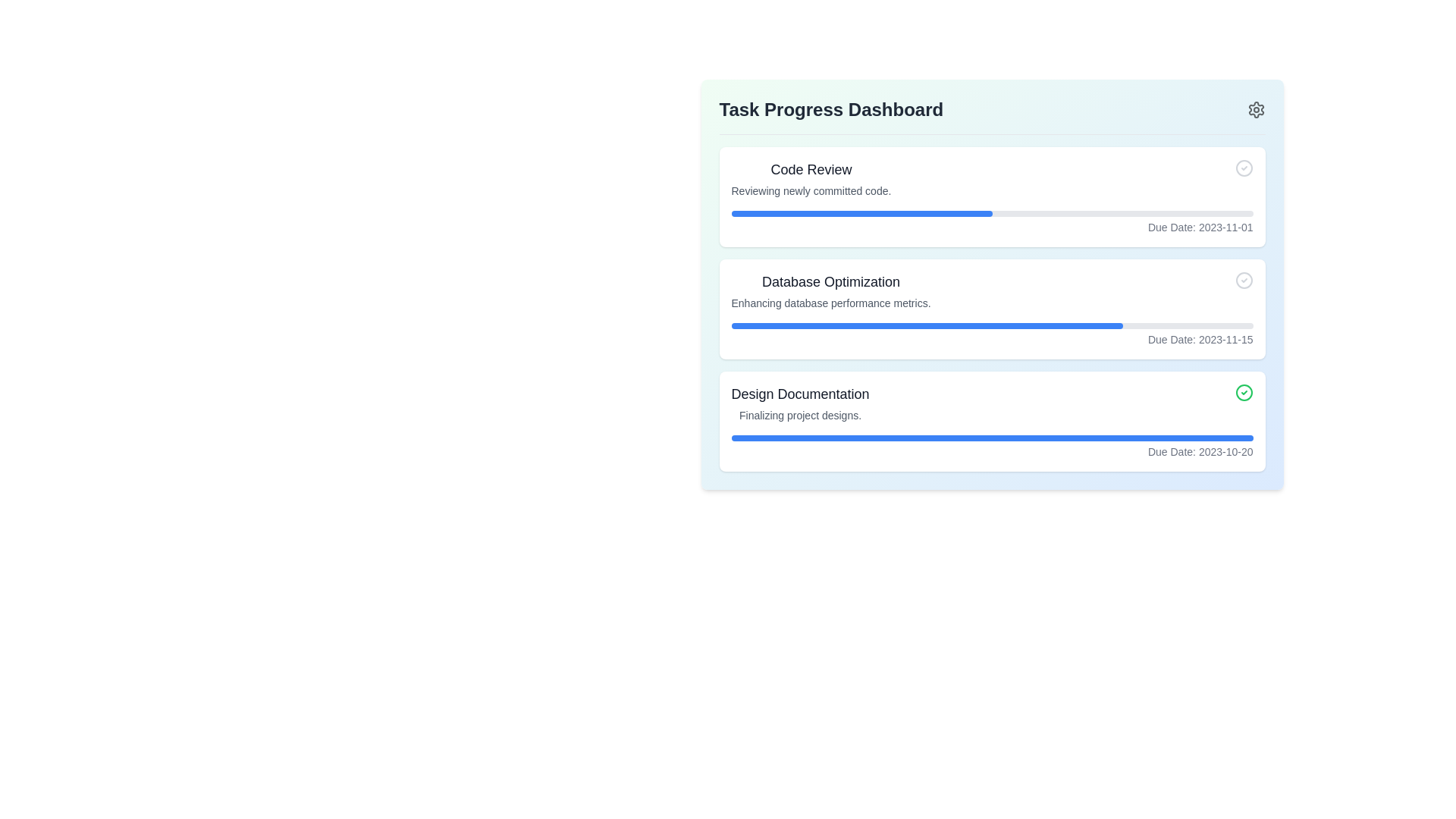 This screenshot has height=819, width=1456. What do you see at coordinates (1244, 391) in the screenshot?
I see `the green circular icon with a checkmark inside, located at the far right of the row labeled 'Design Documentation'` at bounding box center [1244, 391].